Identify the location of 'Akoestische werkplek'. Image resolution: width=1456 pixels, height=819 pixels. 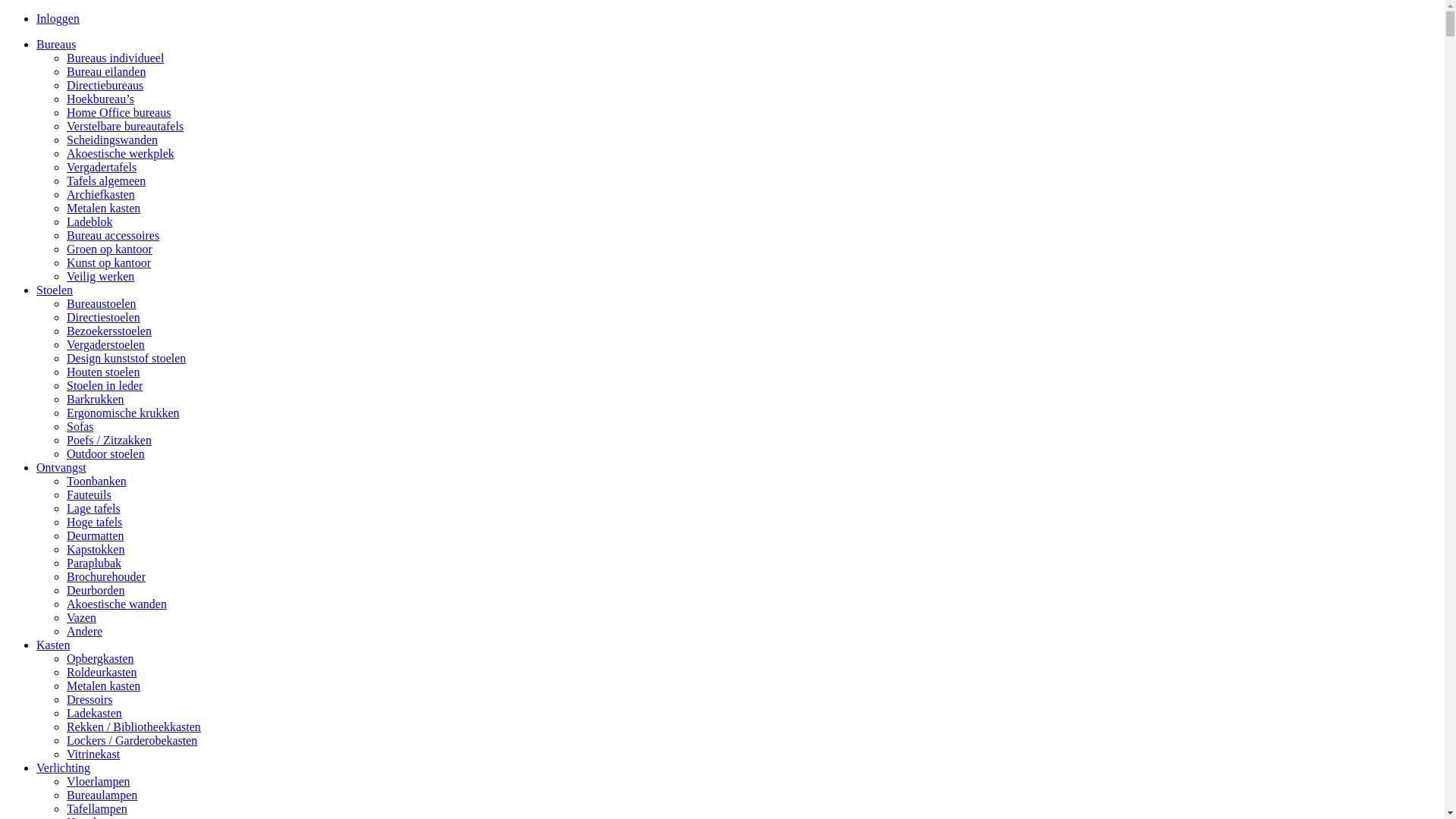
(119, 153).